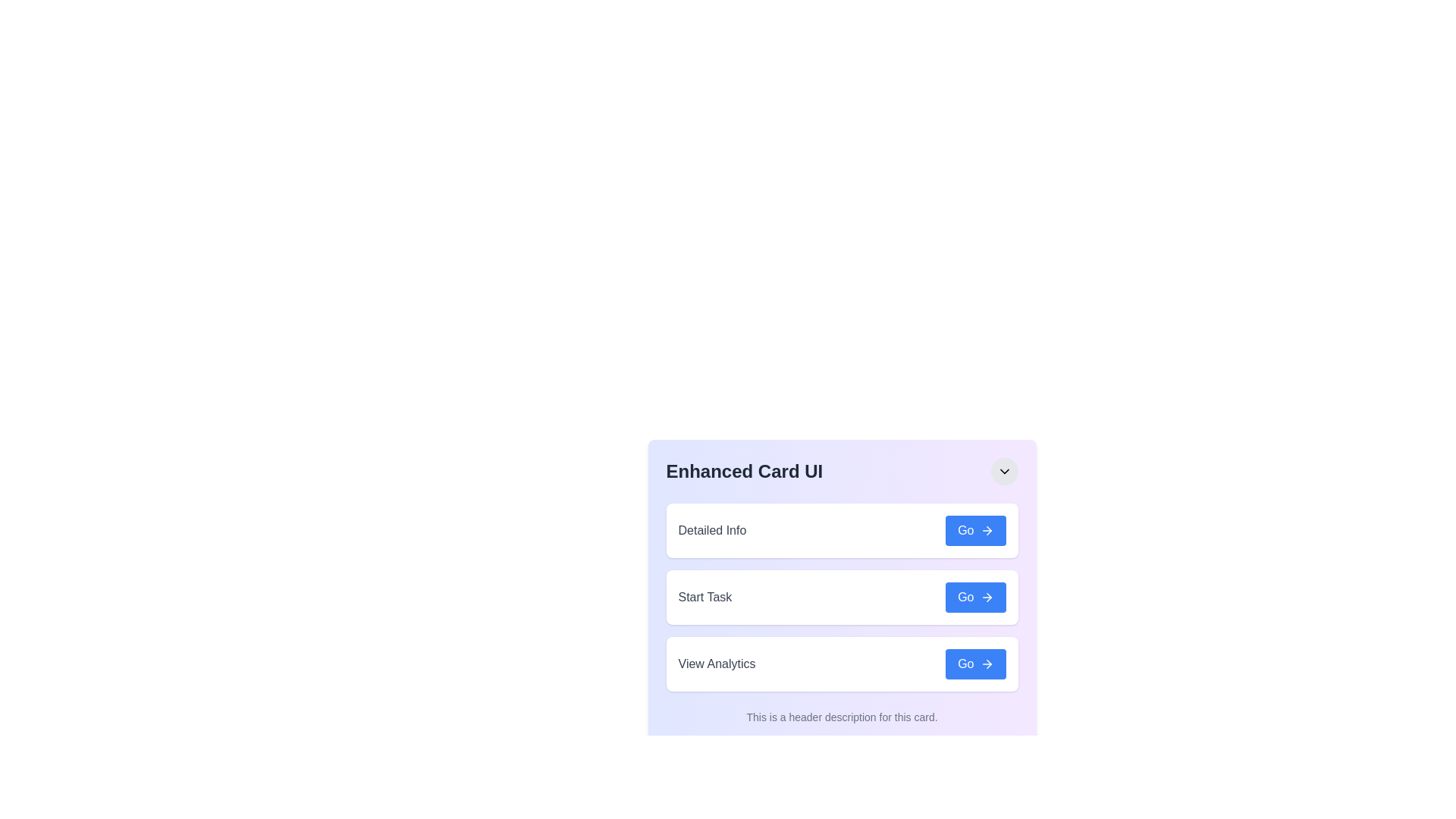  I want to click on the SVG-based arrow icon located to the right of the 'Go' button text in the first option row under 'Detailed Info', so click(987, 529).